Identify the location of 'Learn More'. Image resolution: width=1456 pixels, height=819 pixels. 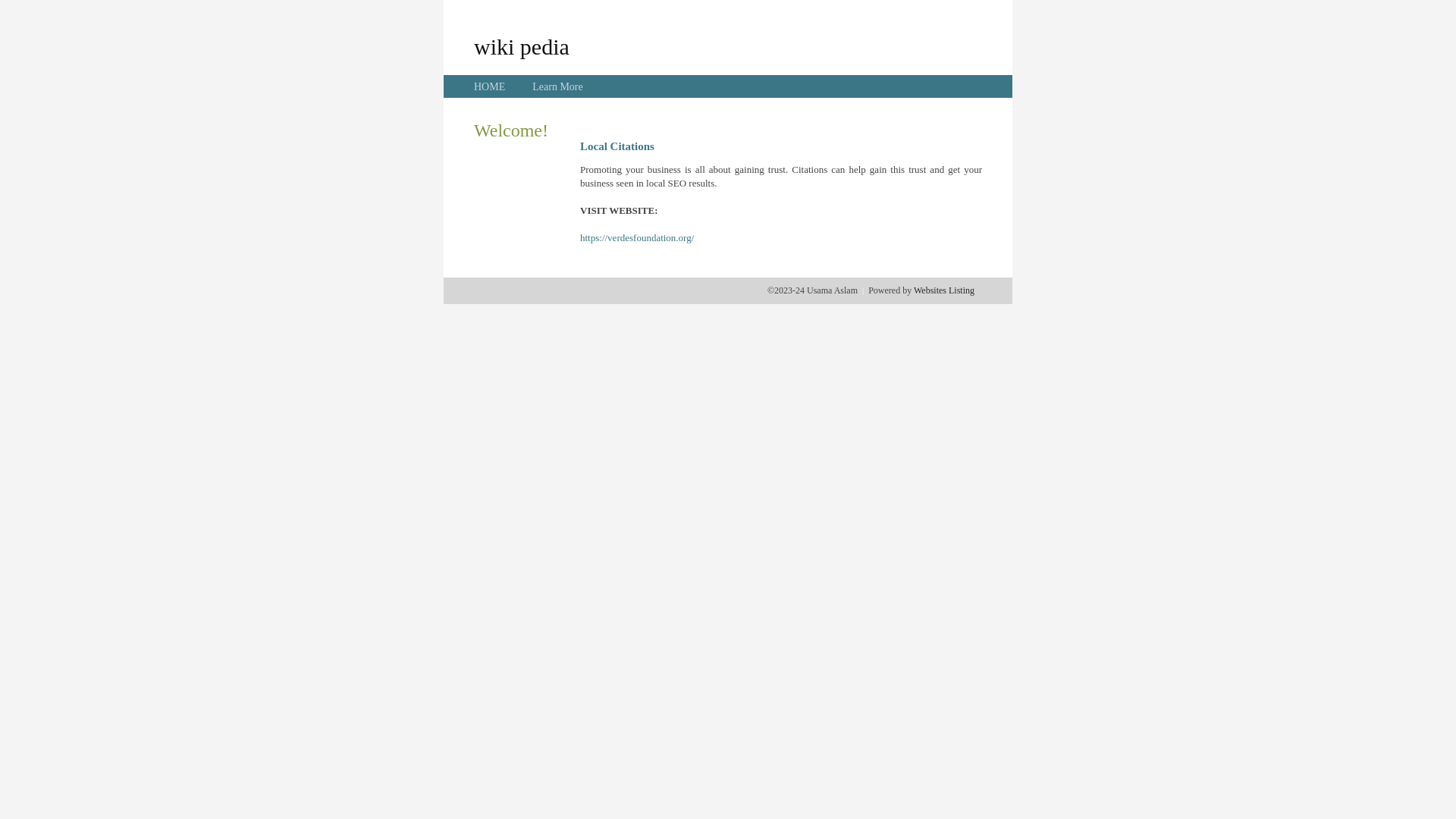
(556, 86).